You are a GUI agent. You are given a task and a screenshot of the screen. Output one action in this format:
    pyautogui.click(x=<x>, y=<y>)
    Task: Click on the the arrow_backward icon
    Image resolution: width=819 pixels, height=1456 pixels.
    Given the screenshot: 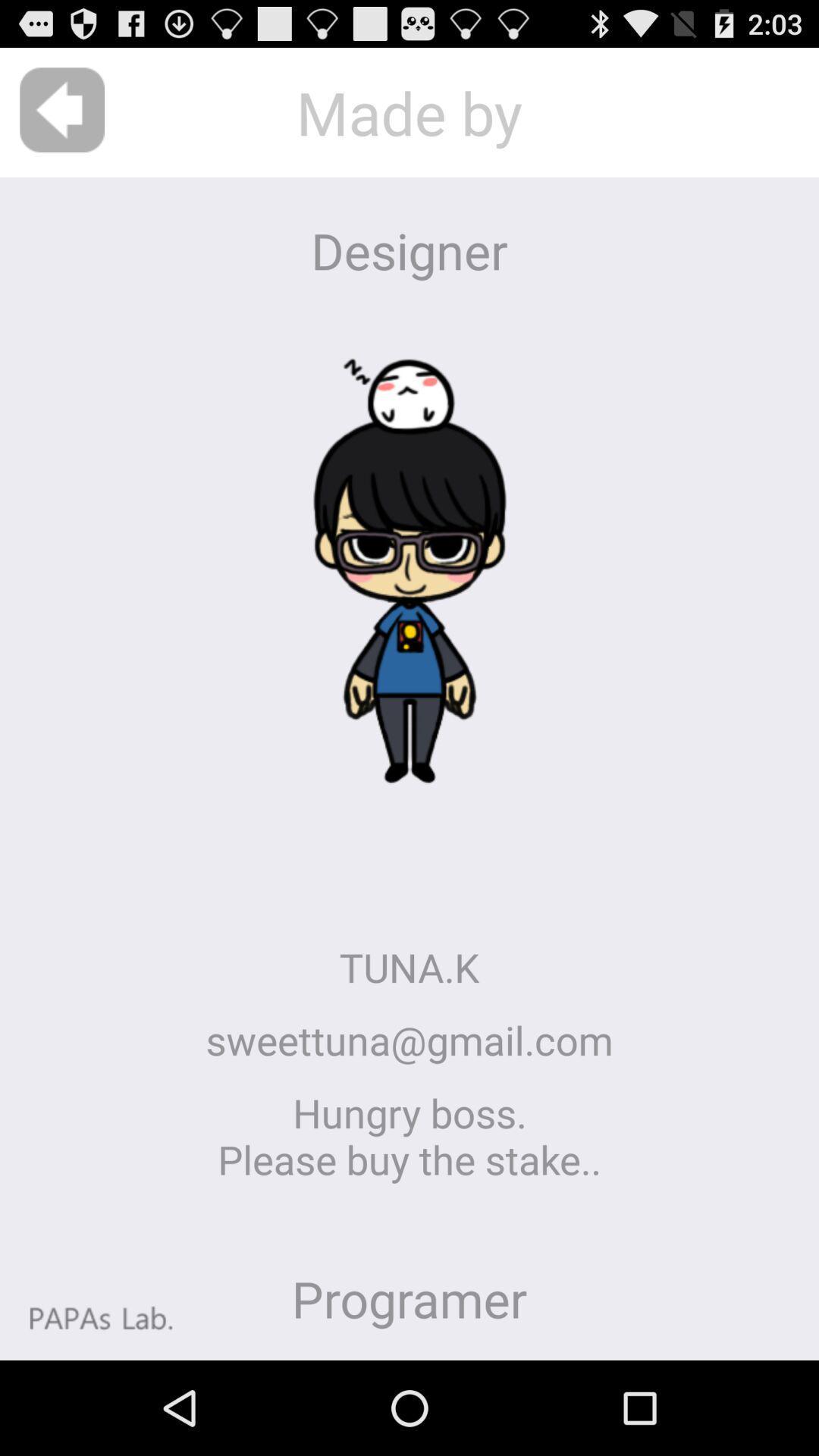 What is the action you would take?
    pyautogui.click(x=61, y=117)
    